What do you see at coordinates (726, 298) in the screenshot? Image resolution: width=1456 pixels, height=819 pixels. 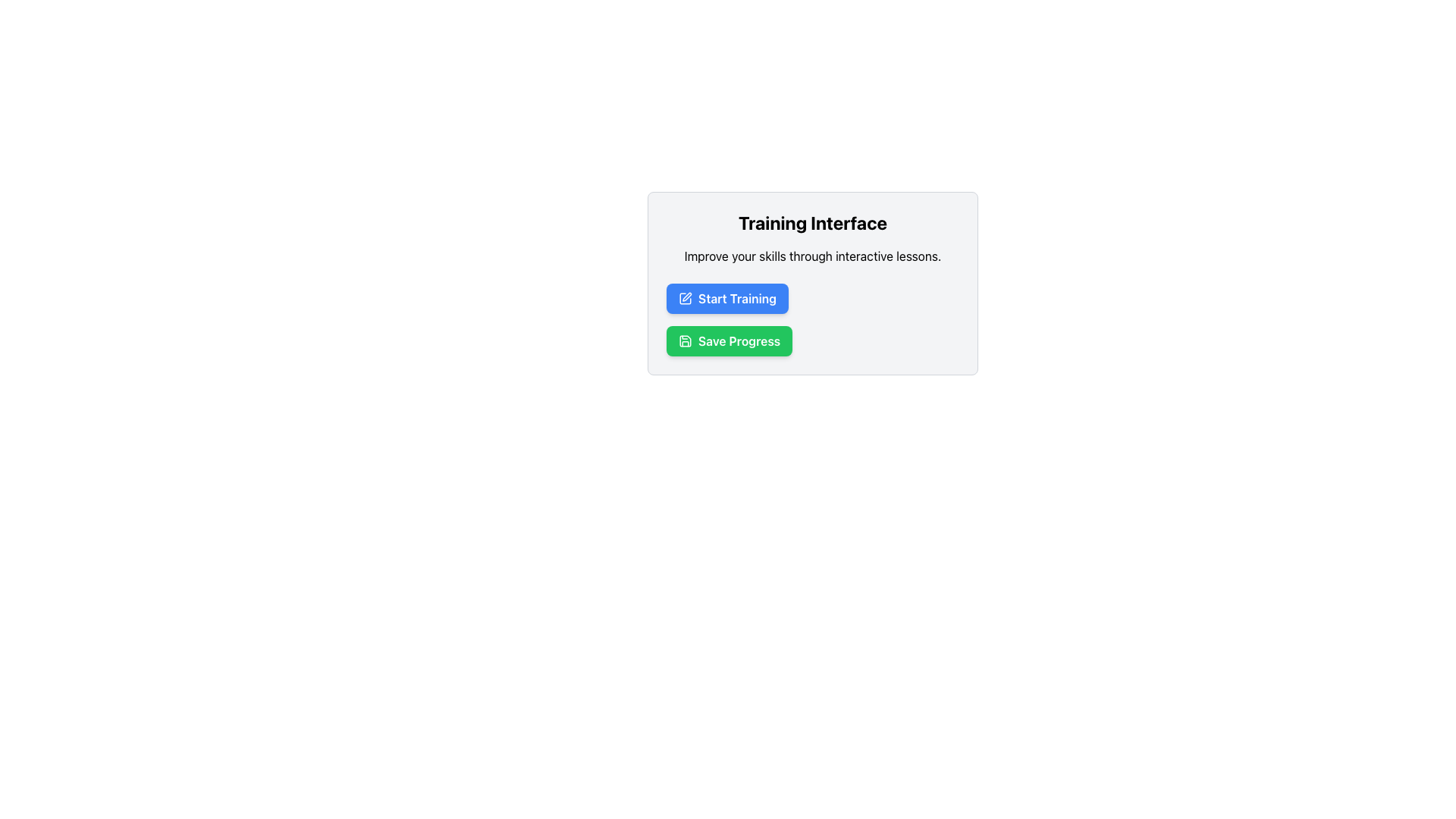 I see `the 'Start Training' button located in the 'Training Interface' section, positioned between the instructional text and the 'Save Progress' button` at bounding box center [726, 298].